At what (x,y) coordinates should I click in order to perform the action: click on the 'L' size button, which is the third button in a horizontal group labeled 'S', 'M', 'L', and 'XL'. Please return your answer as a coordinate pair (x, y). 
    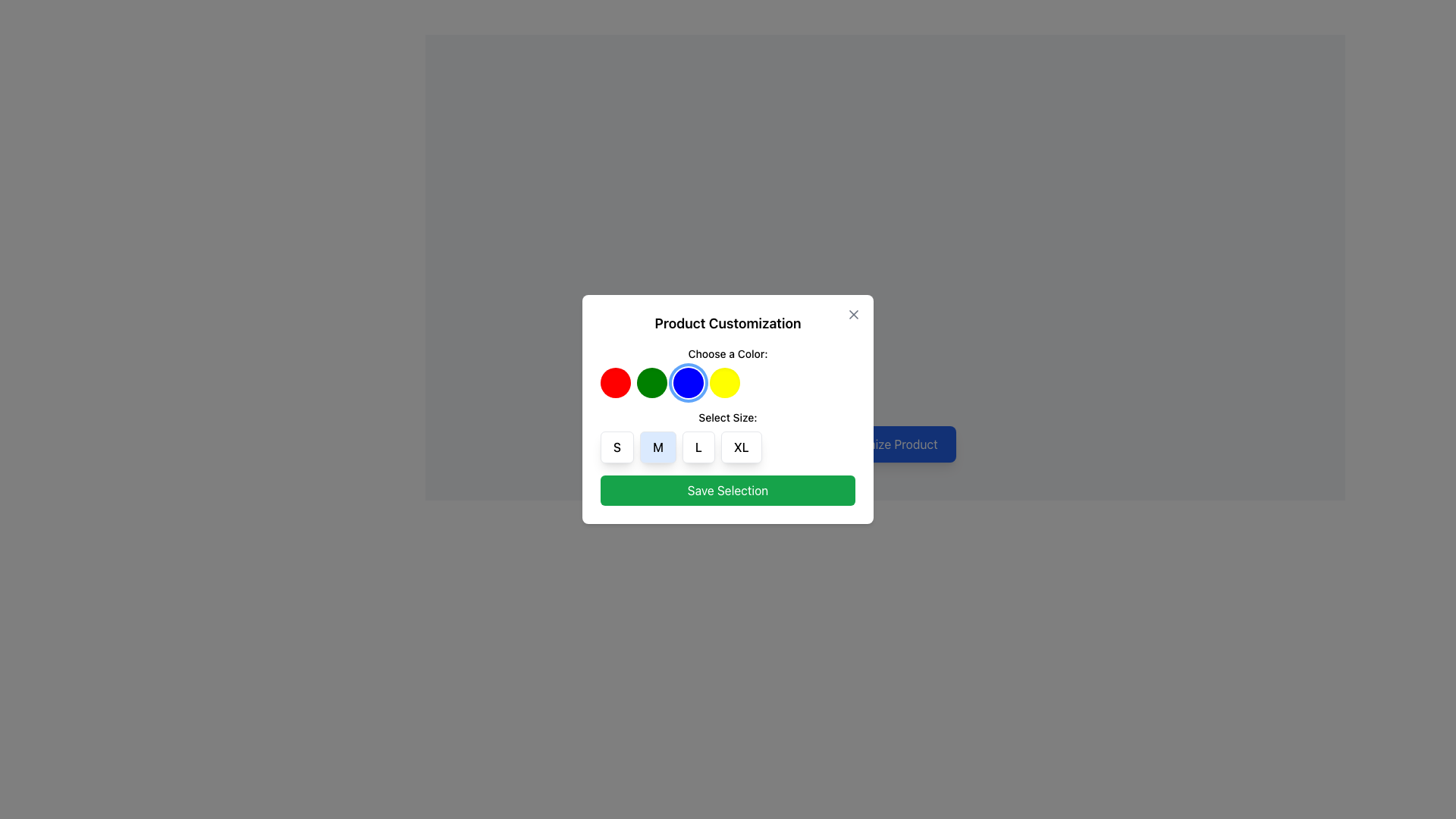
    Looking at the image, I should click on (698, 447).